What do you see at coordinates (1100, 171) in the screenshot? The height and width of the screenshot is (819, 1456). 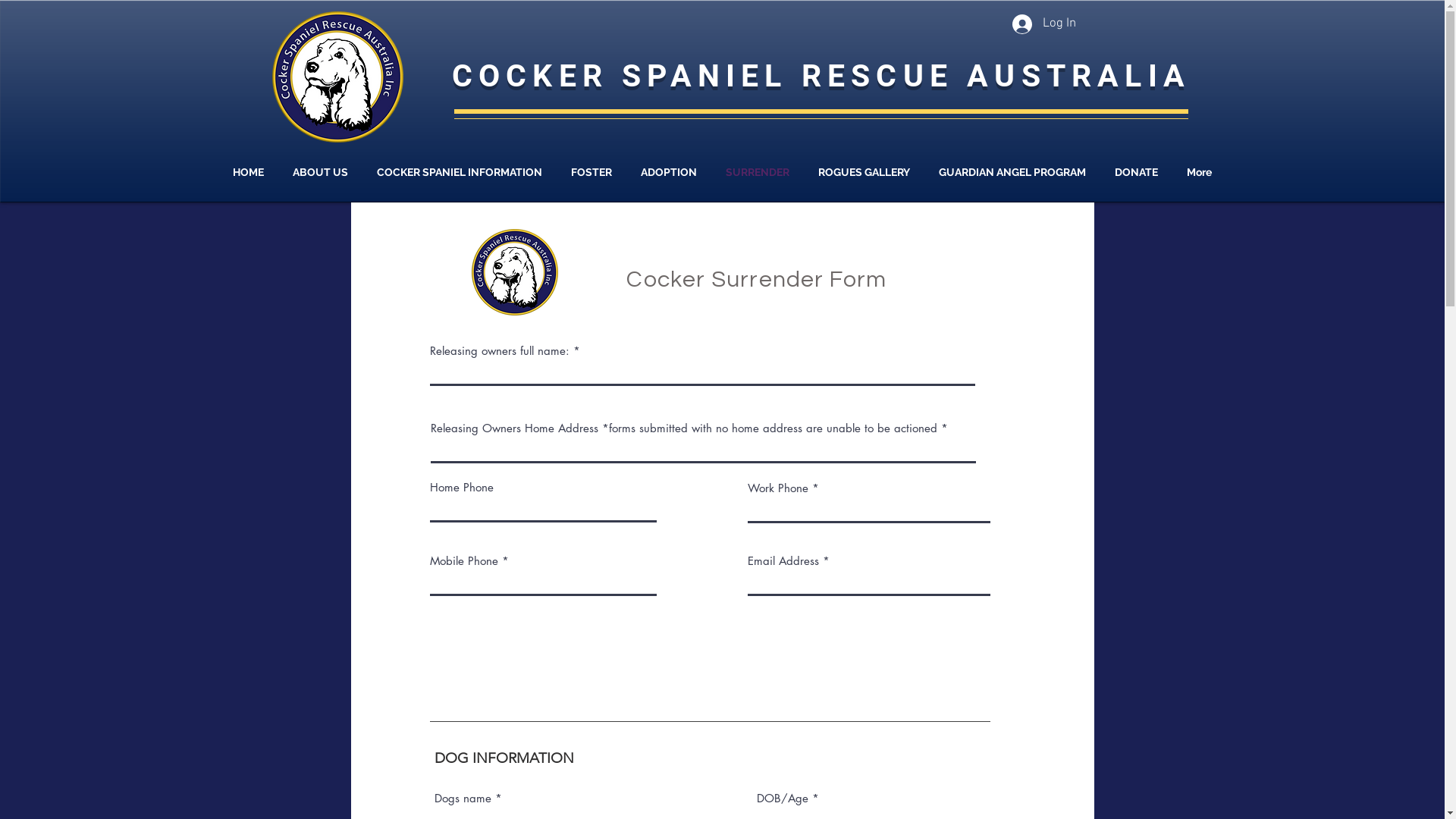 I see `'DONATE'` at bounding box center [1100, 171].